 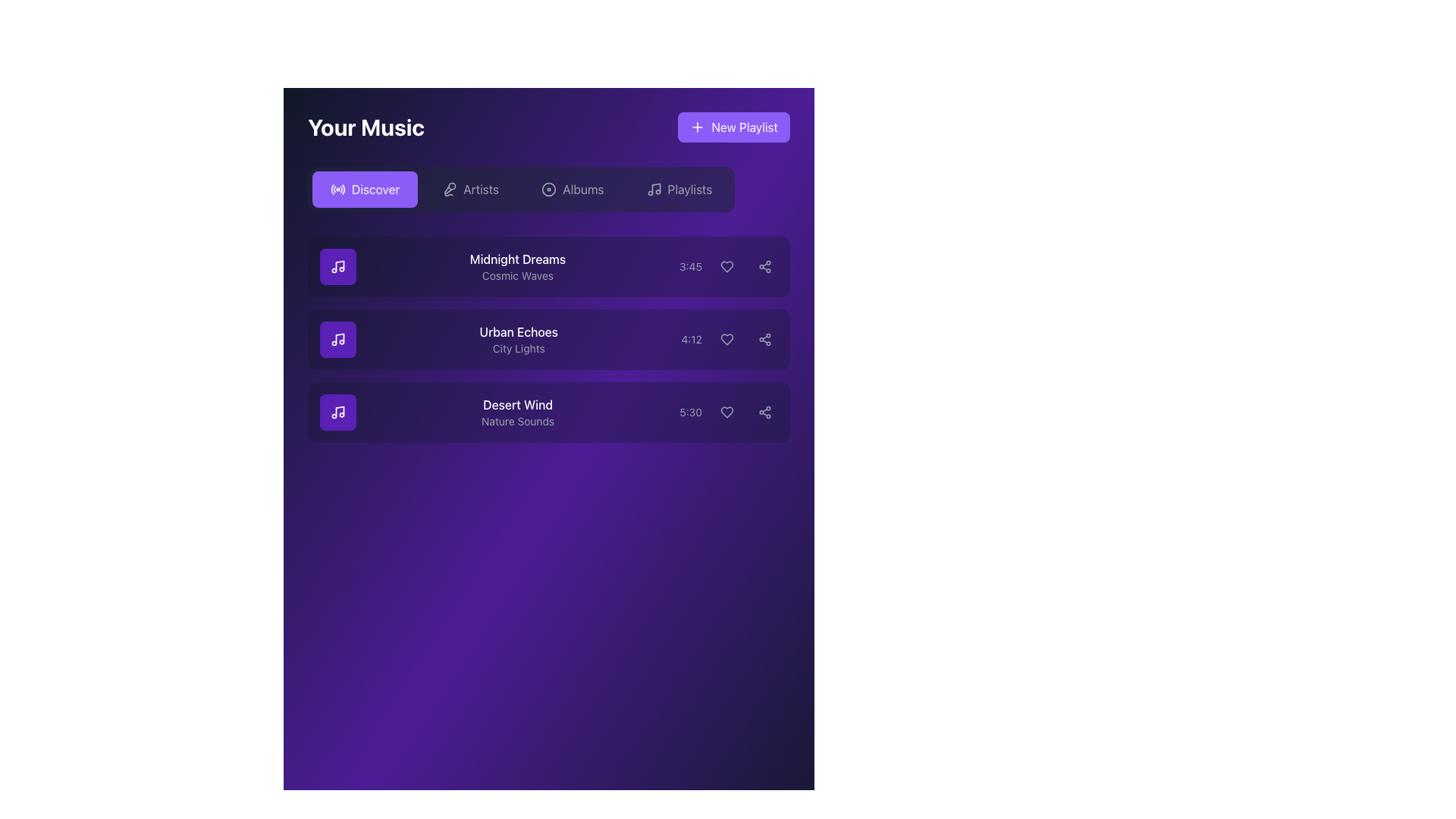 What do you see at coordinates (365, 189) in the screenshot?
I see `the 'Discover' button, which is the first button in the horizontal group under the 'Your Music' header` at bounding box center [365, 189].